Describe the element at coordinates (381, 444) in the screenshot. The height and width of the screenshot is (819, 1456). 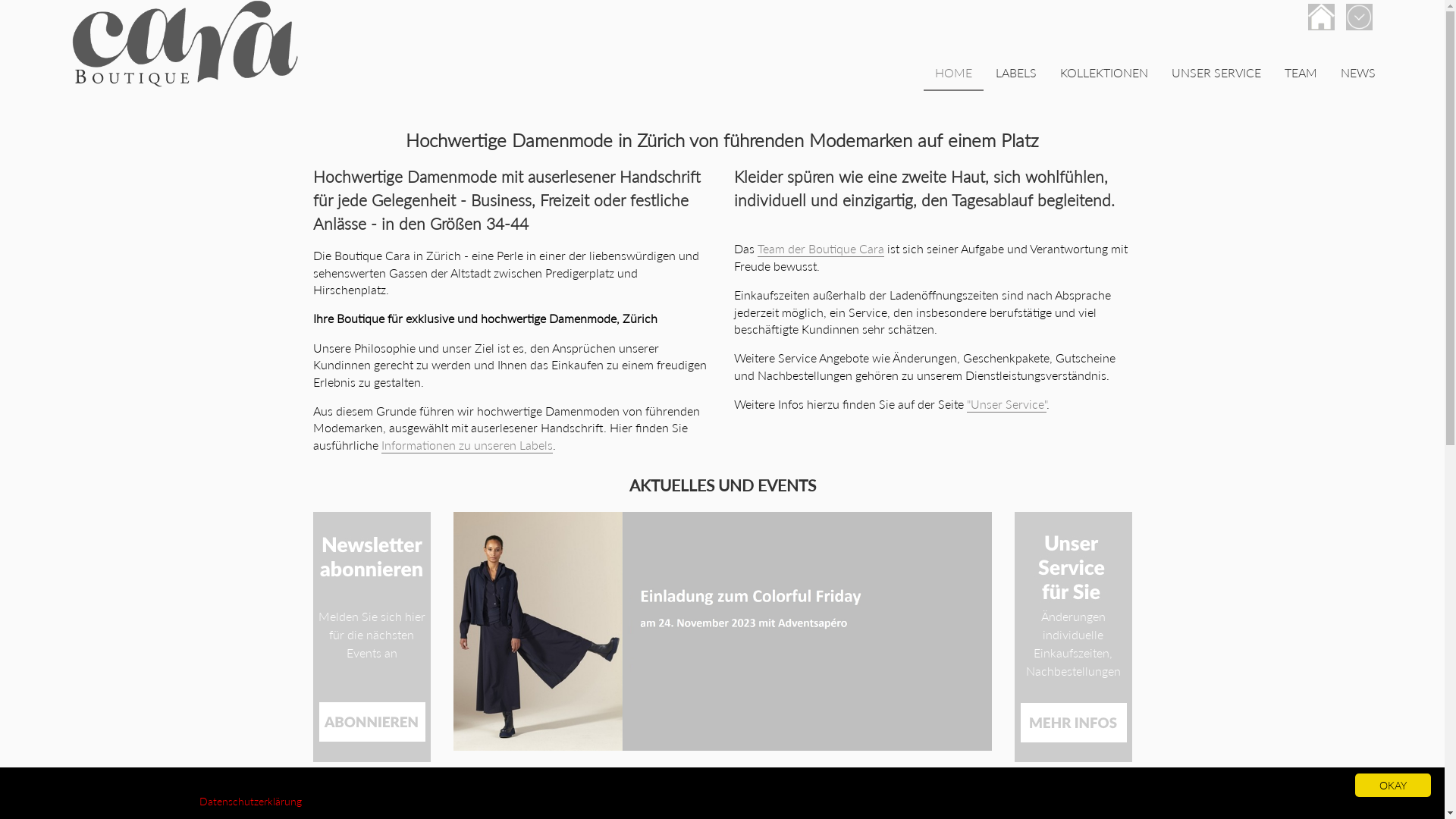
I see `'Informationen zu unseren Labels'` at that location.